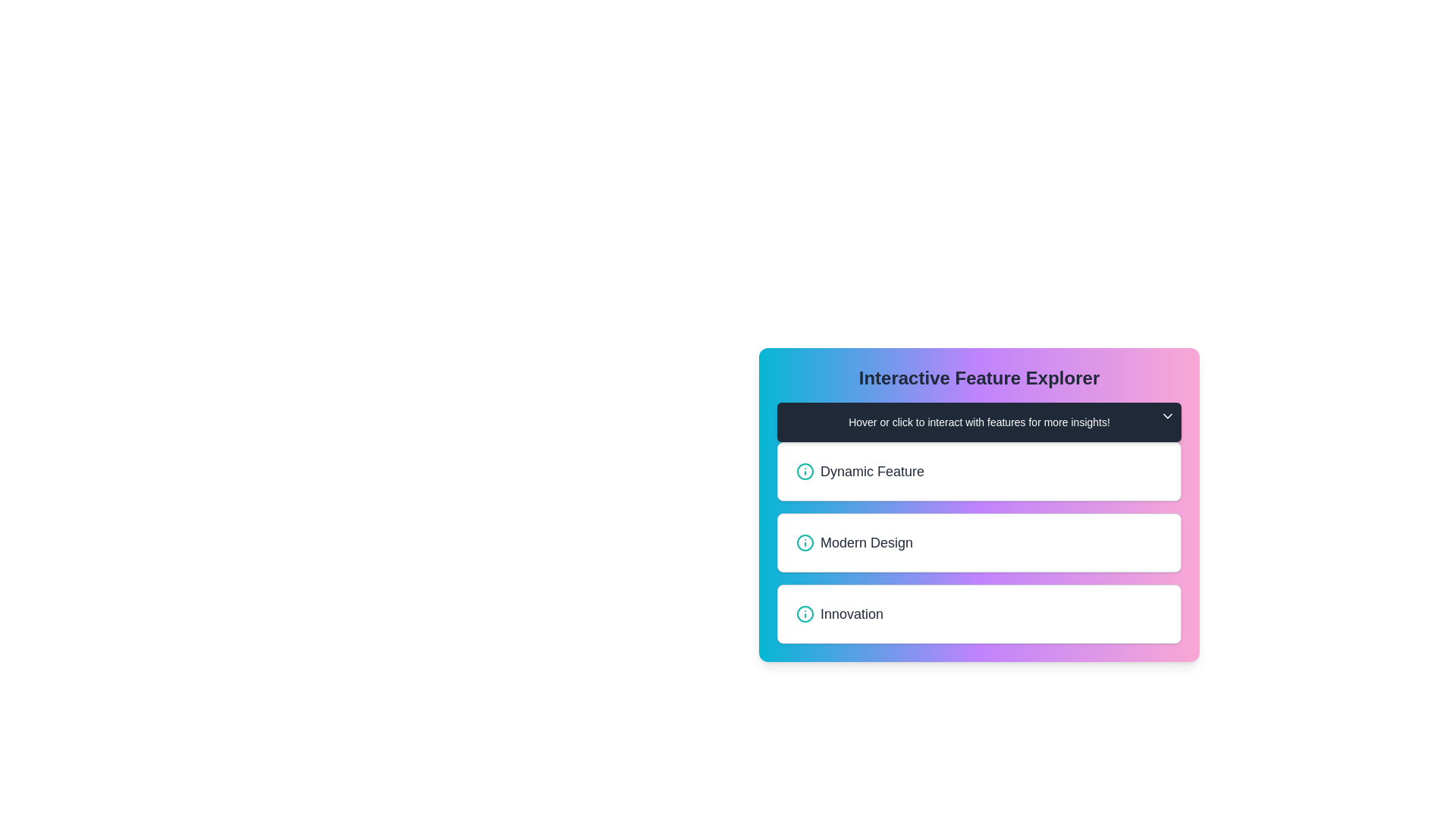  What do you see at coordinates (804, 542) in the screenshot?
I see `the informational icon located to the left of the 'Modern Design' label in the second row of the 'Interactive Feature Explorer' list` at bounding box center [804, 542].